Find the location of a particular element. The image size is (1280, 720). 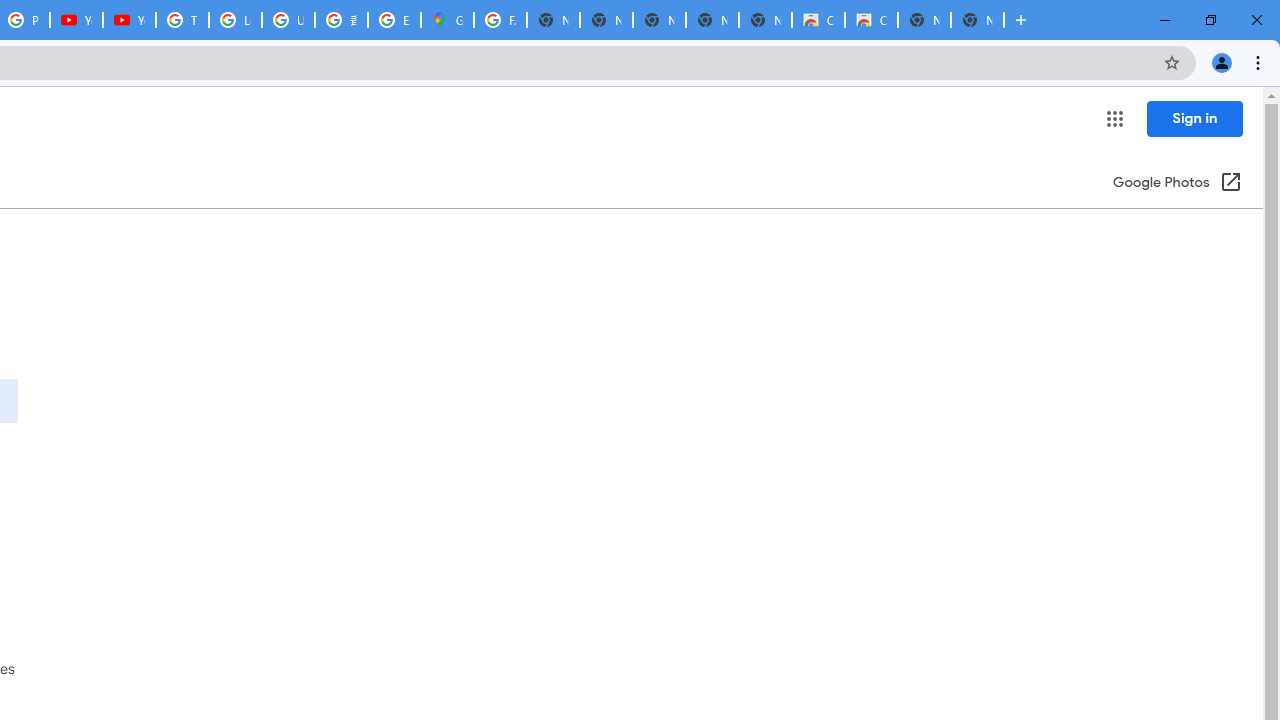

'Classic Blue - Chrome Web Store' is located at coordinates (818, 20).